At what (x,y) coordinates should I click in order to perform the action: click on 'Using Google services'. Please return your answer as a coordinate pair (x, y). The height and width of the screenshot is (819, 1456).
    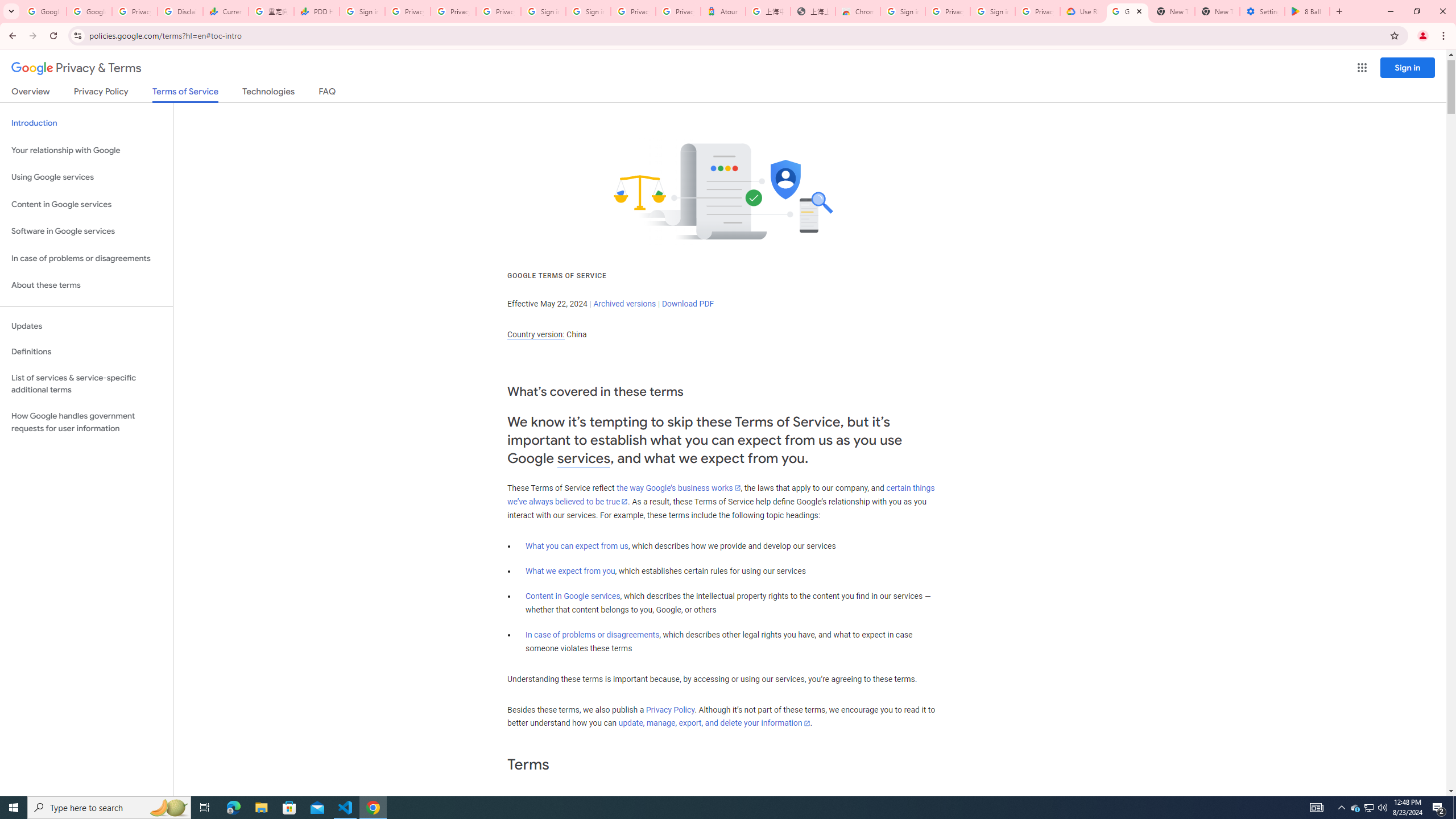
    Looking at the image, I should click on (86, 176).